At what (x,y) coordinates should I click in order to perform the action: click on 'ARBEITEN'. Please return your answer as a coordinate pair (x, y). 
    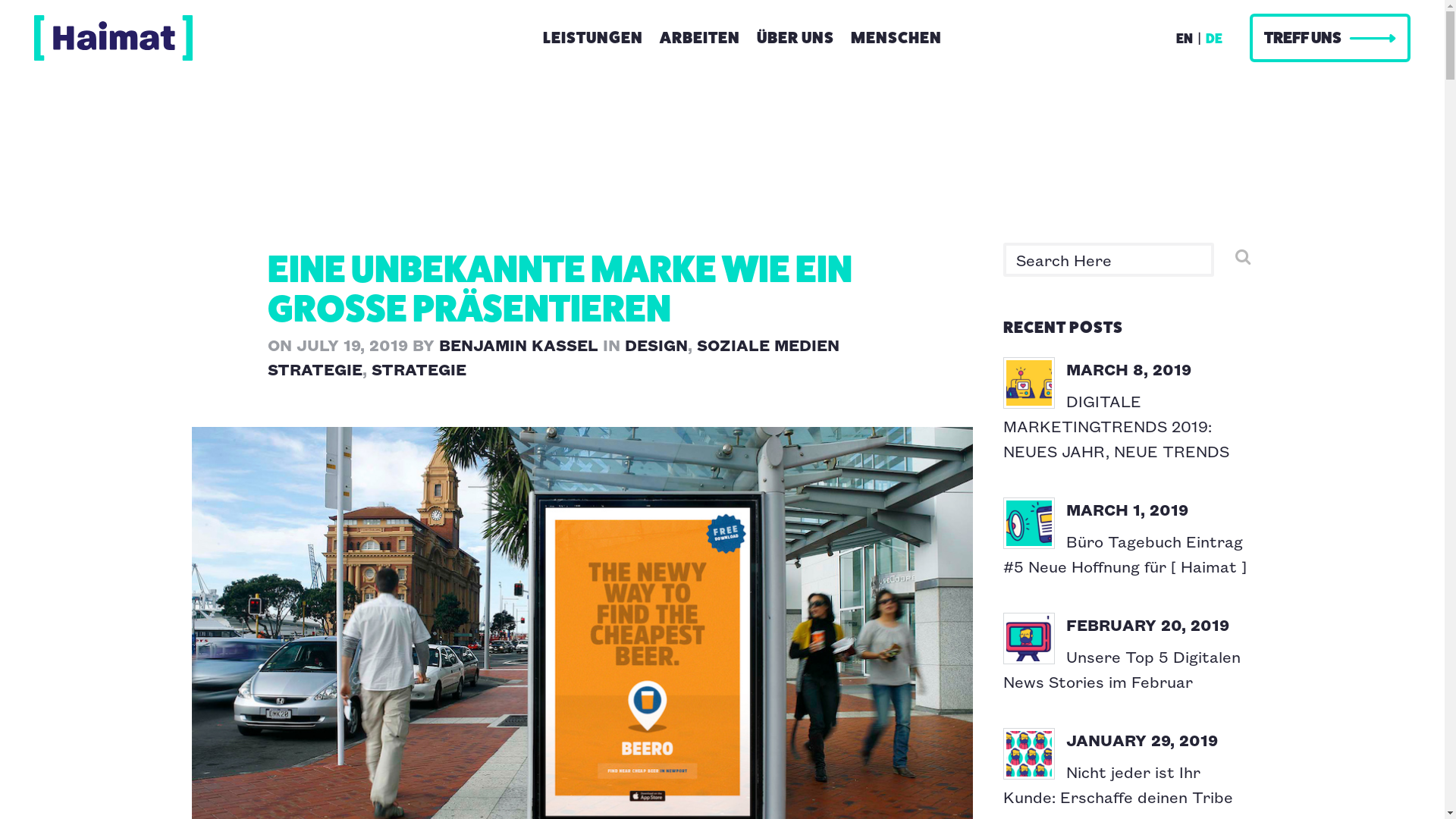
    Looking at the image, I should click on (698, 26).